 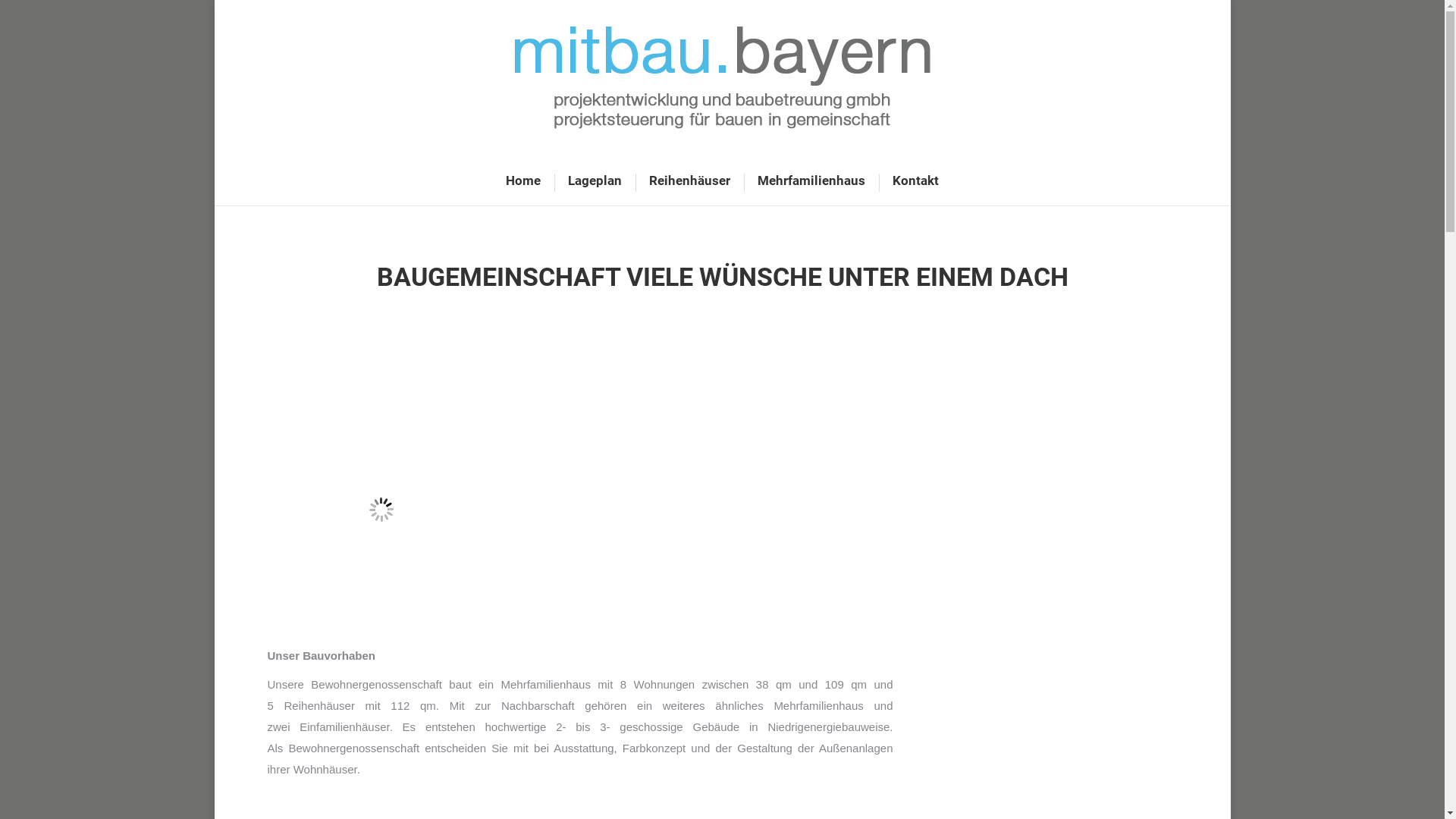 I want to click on 'Mehrfamilienhaus', so click(x=811, y=180).